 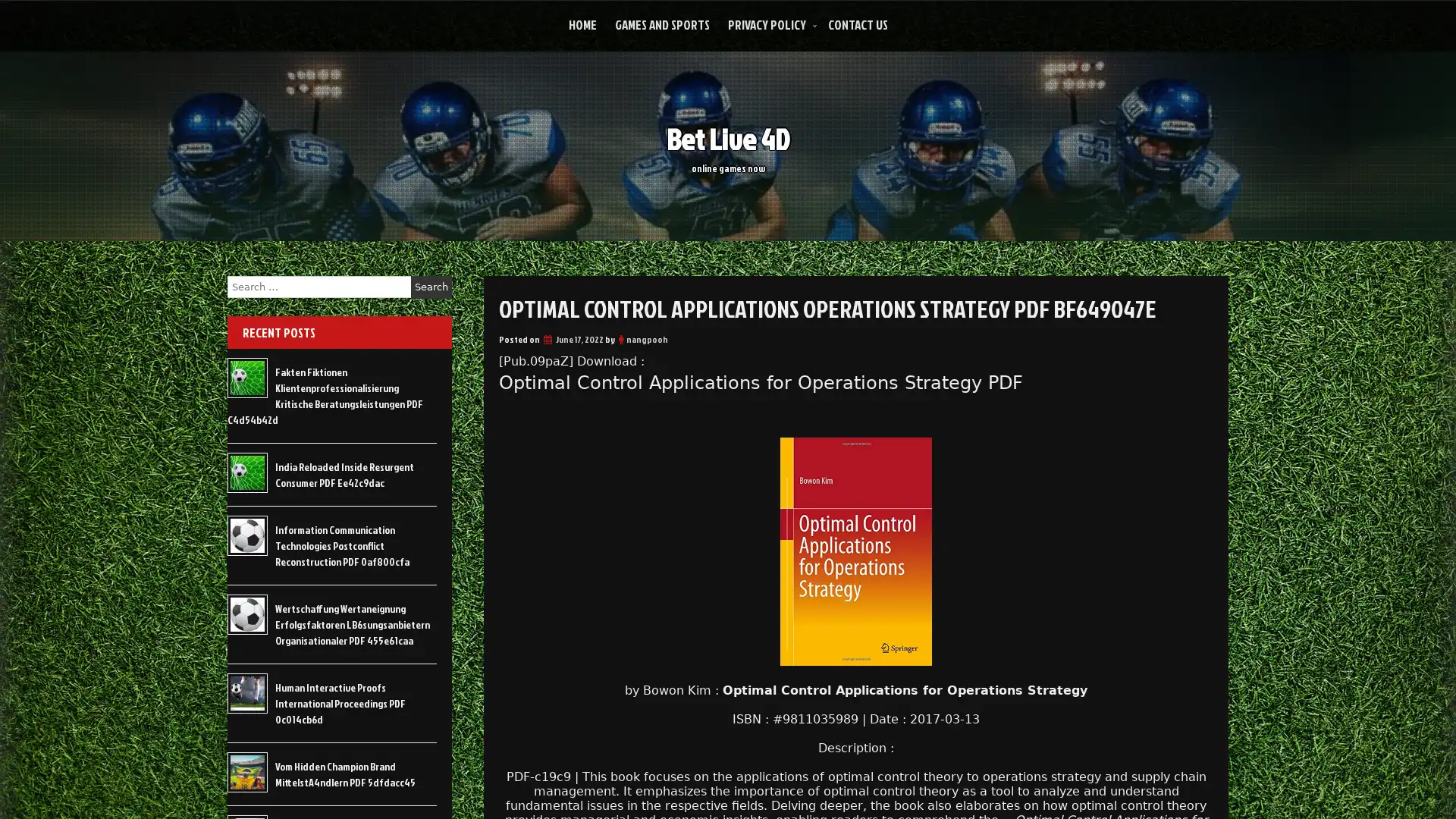 I want to click on Search, so click(x=431, y=287).